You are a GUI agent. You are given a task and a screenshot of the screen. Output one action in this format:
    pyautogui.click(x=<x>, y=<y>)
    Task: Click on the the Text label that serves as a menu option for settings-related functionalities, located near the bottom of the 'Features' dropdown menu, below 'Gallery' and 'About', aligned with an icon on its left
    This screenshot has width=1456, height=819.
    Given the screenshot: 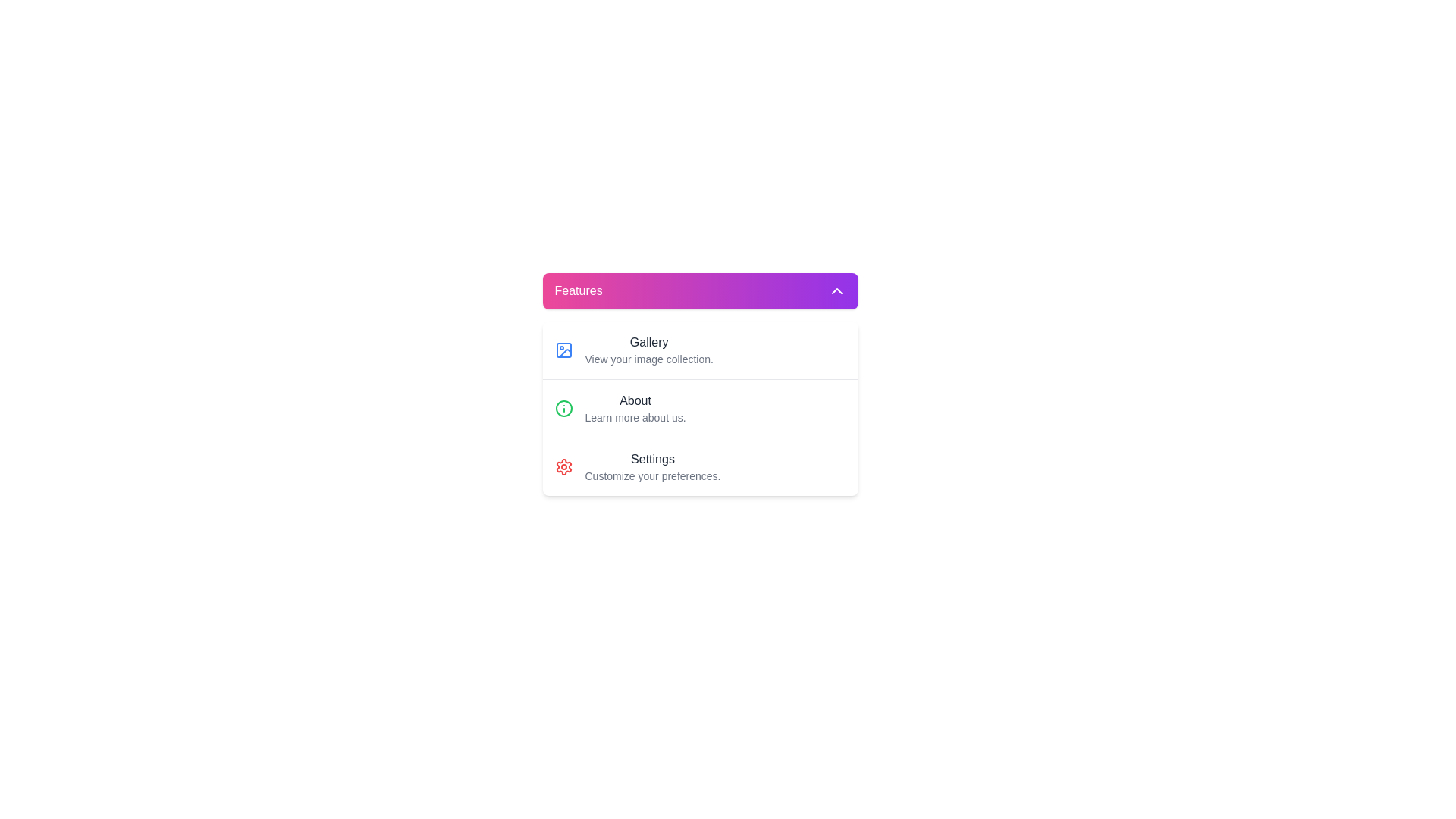 What is the action you would take?
    pyautogui.click(x=652, y=458)
    